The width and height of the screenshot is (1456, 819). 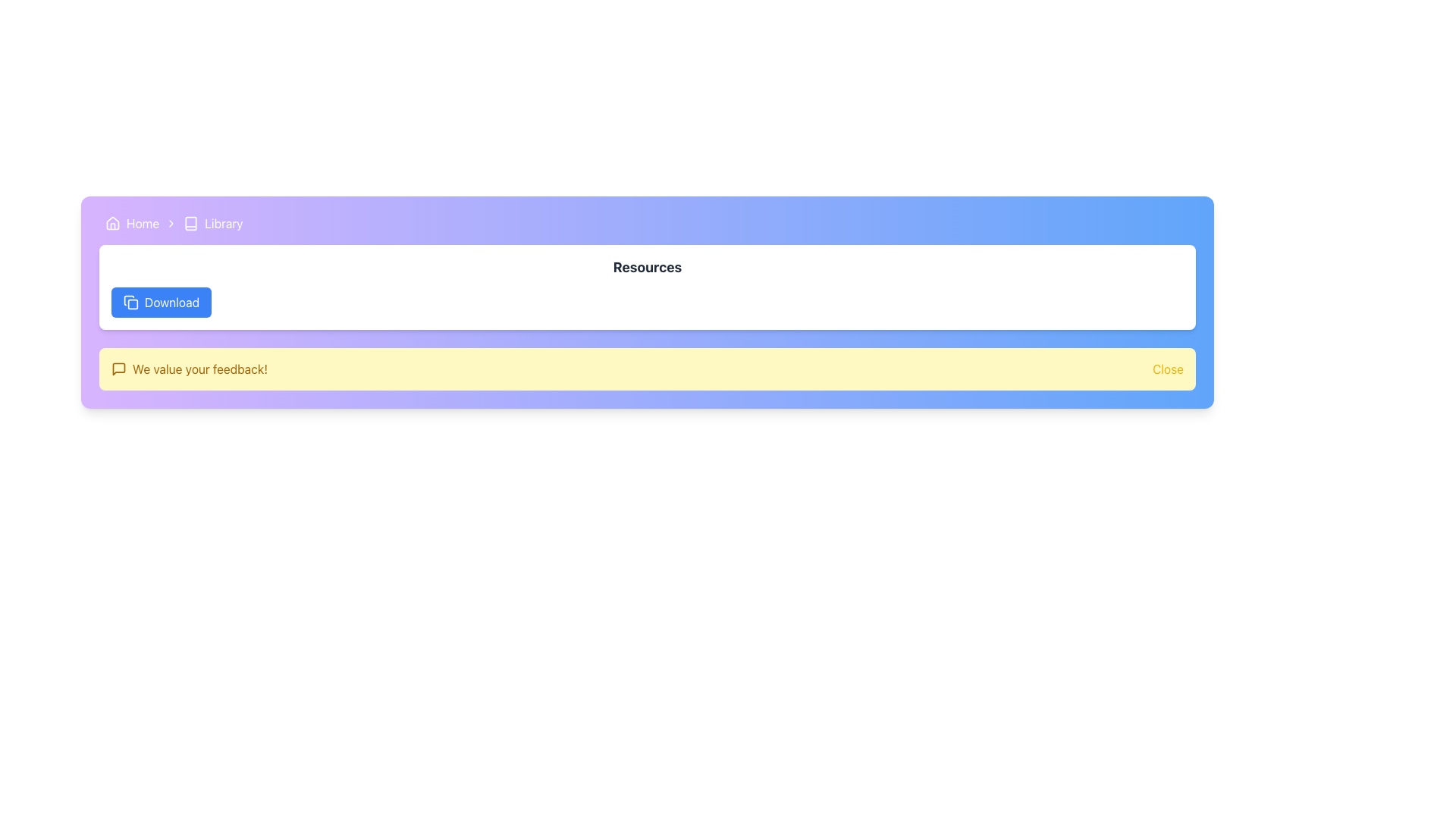 What do you see at coordinates (190, 223) in the screenshot?
I see `the 'Library' icon in the breadcrumb navigation section, which is positioned next to the 'Home' link and precedes the 'Library' link` at bounding box center [190, 223].